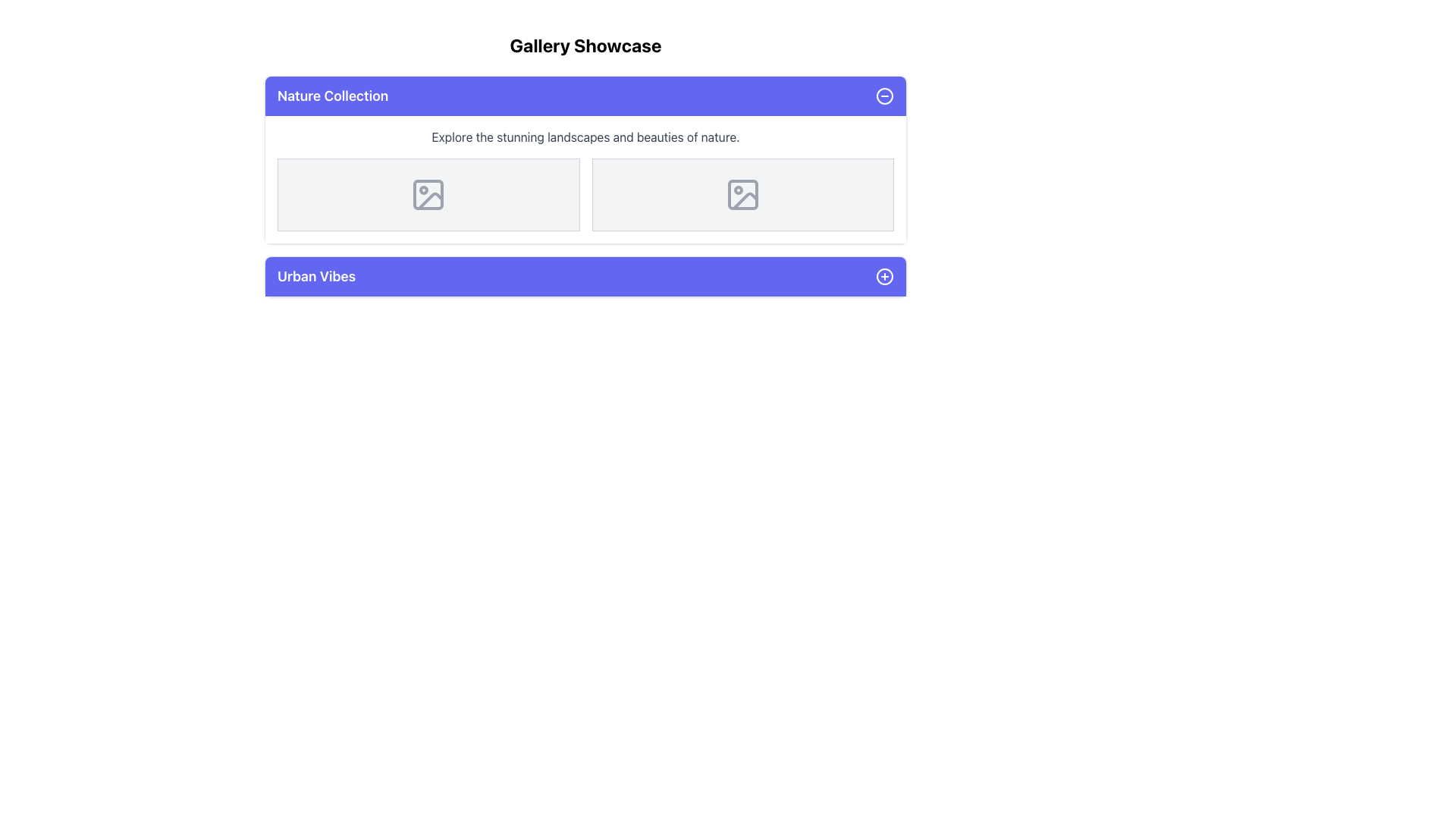  Describe the element at coordinates (884, 277) in the screenshot. I see `the circular border of the plus icon, which is part of the SVG graphic overlay on the purple bar labeled 'Urban Vibes'` at that location.